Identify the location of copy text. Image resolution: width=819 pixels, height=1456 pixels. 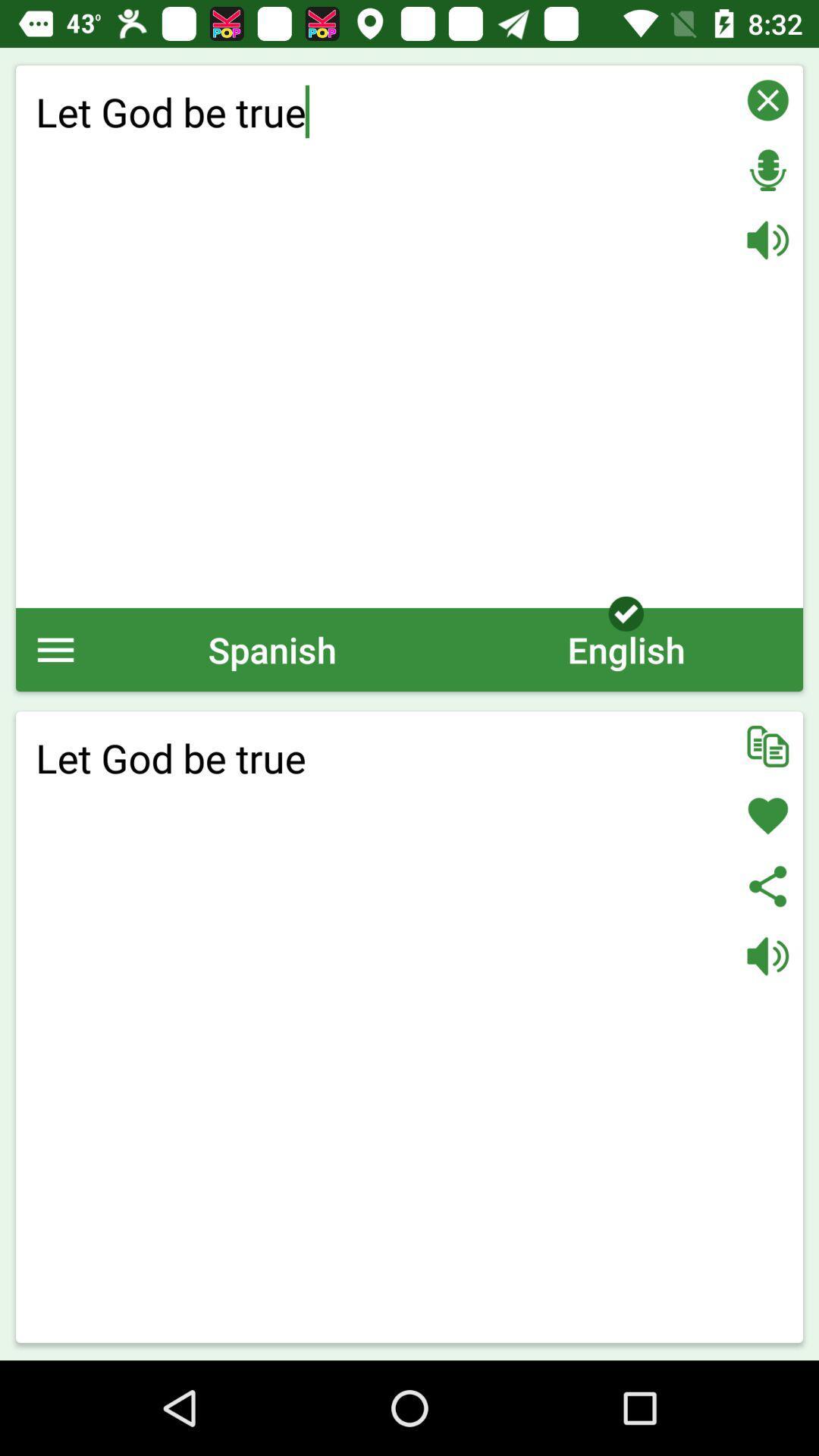
(767, 746).